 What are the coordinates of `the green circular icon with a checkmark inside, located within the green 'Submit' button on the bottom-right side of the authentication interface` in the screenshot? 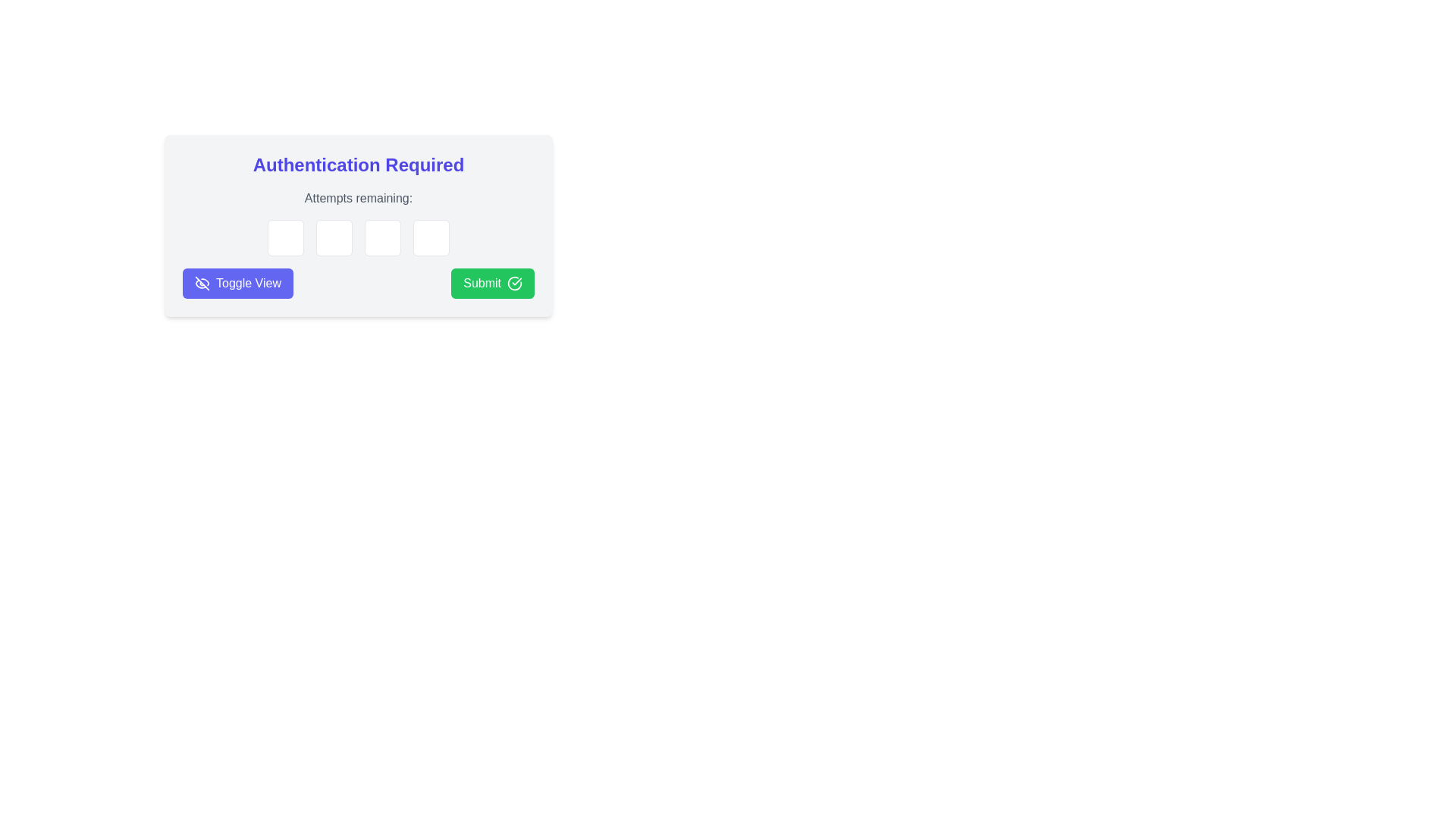 It's located at (514, 284).